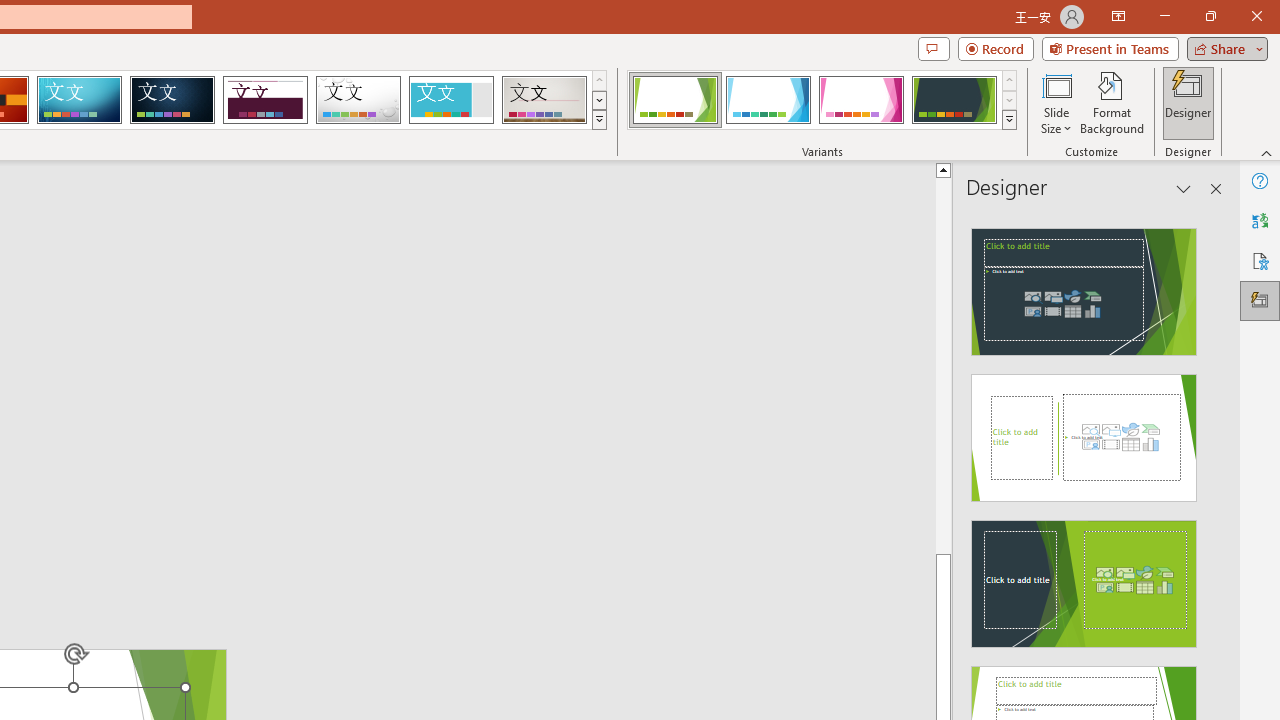  I want to click on 'Recommended Design: Design Idea', so click(1083, 286).